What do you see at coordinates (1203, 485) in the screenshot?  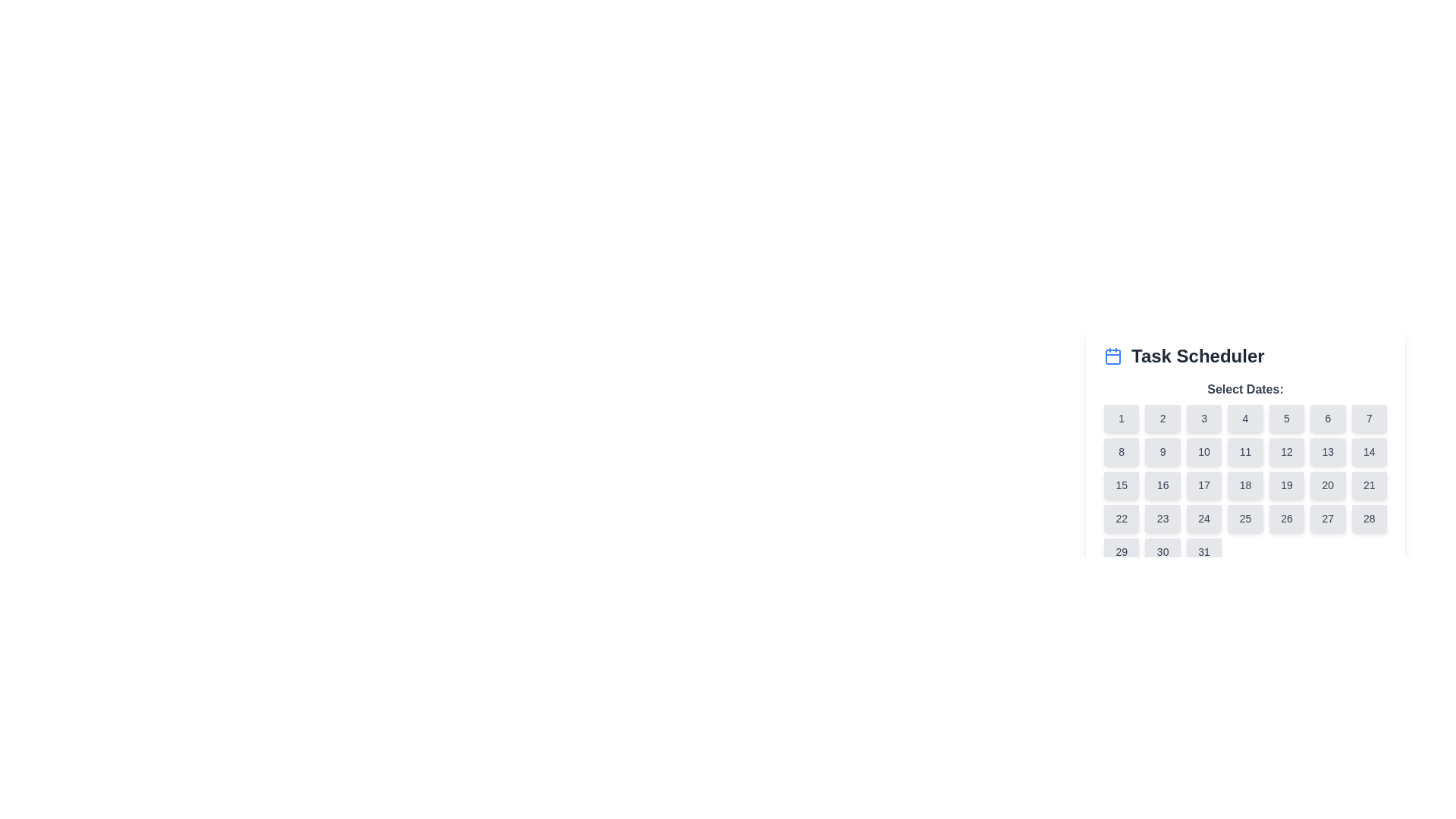 I see `the button located in the third row and third column of the calendar grid under the 'Task Scheduler' section` at bounding box center [1203, 485].